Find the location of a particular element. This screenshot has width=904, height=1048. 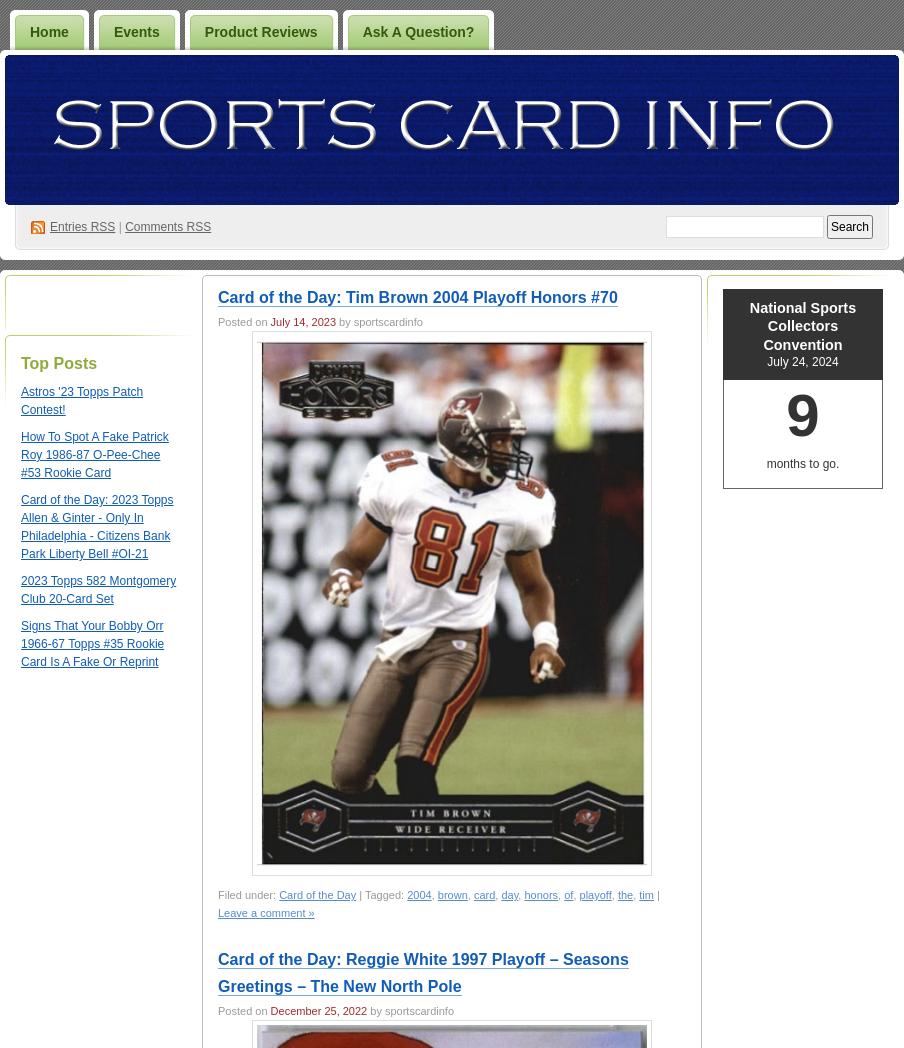

'Card of the Day: 2023 Topps Allen & Ginter - Only In Philadelphia - Citizens Bank Park Liberty Bell #OI-21' is located at coordinates (19, 526).